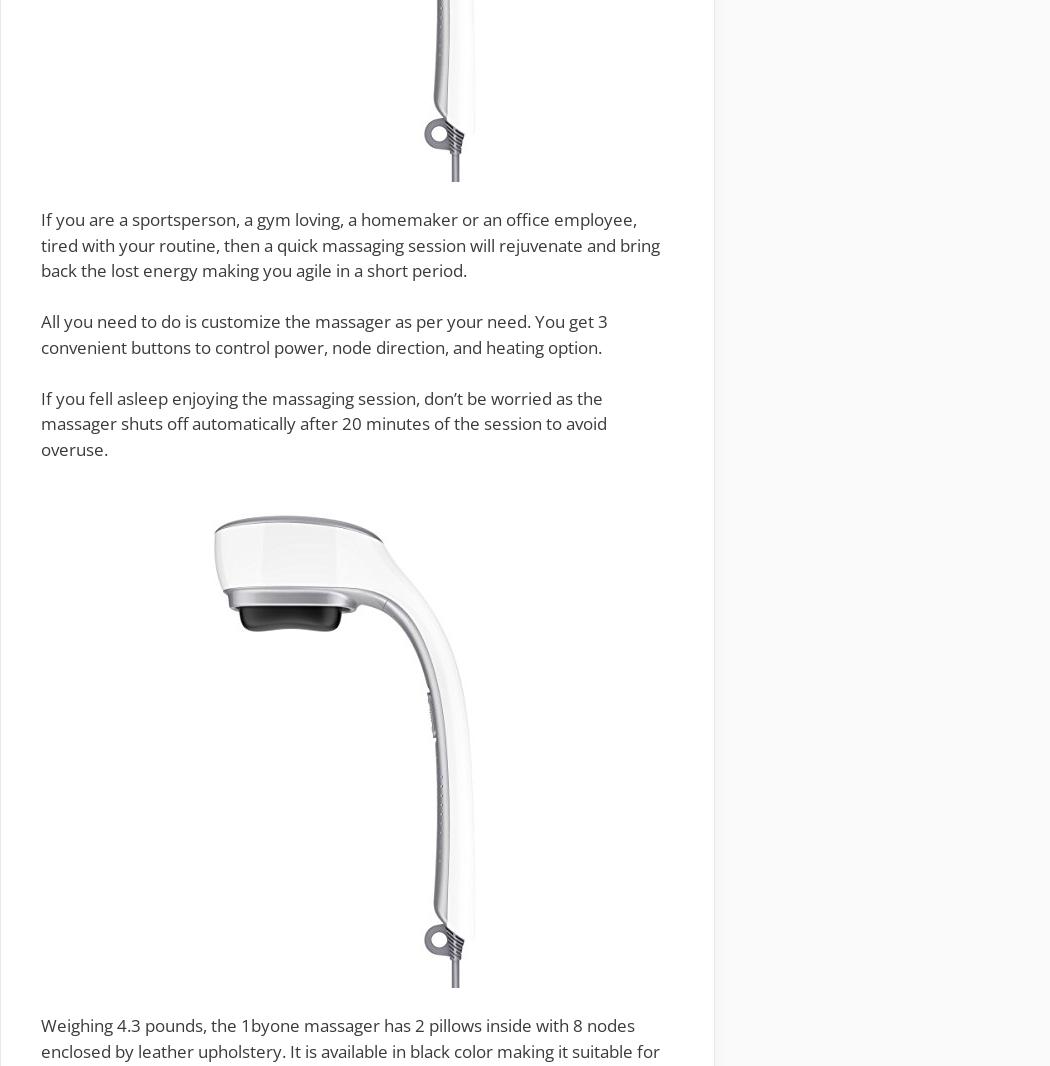  Describe the element at coordinates (193, 1025) in the screenshot. I see `'s'` at that location.